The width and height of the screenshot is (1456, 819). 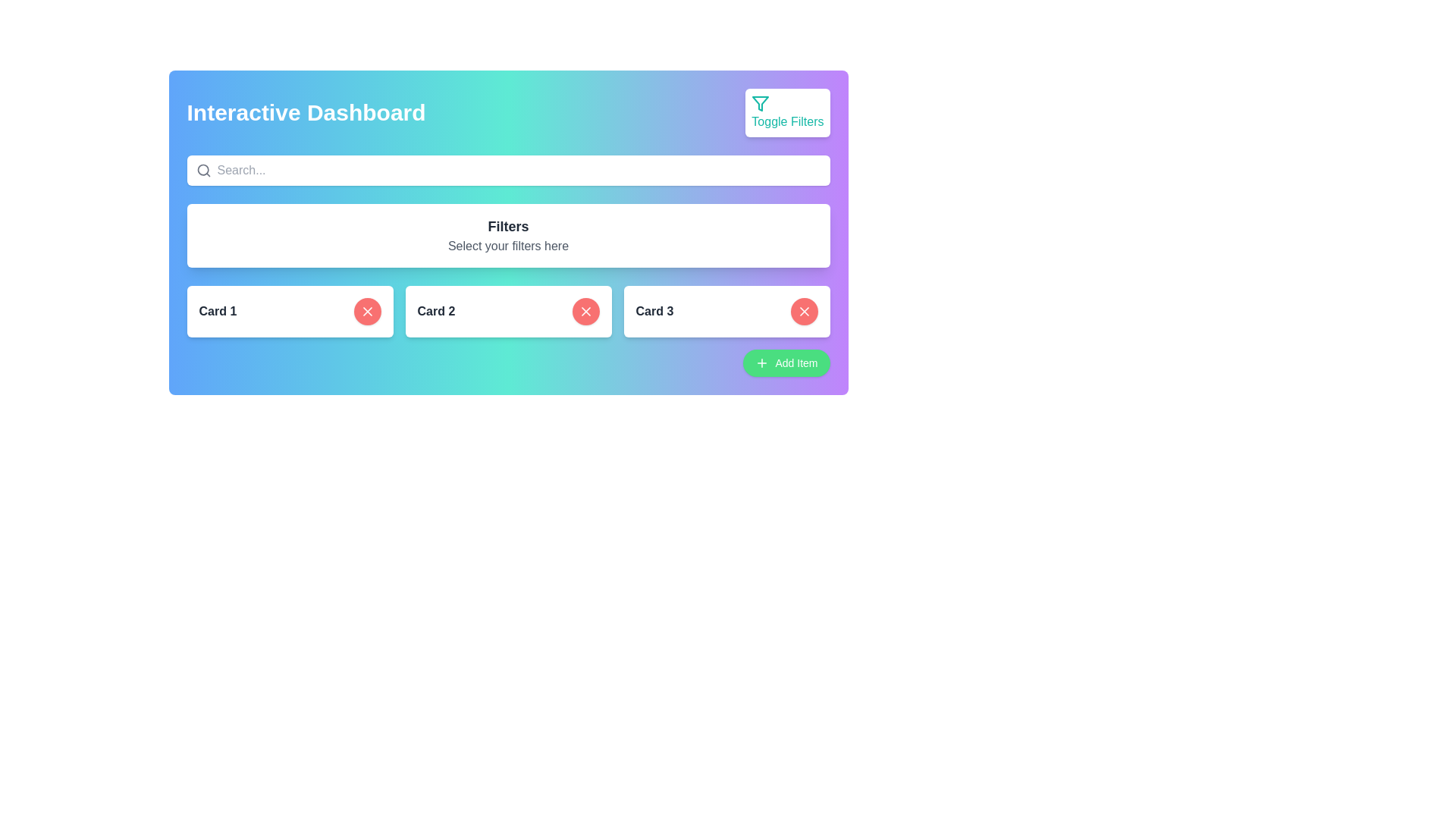 What do you see at coordinates (305, 112) in the screenshot?
I see `the 'Interactive Dashboard' heading label element, which is a bold, white font header located at the top-left of the interface against a blue and green gradient background` at bounding box center [305, 112].